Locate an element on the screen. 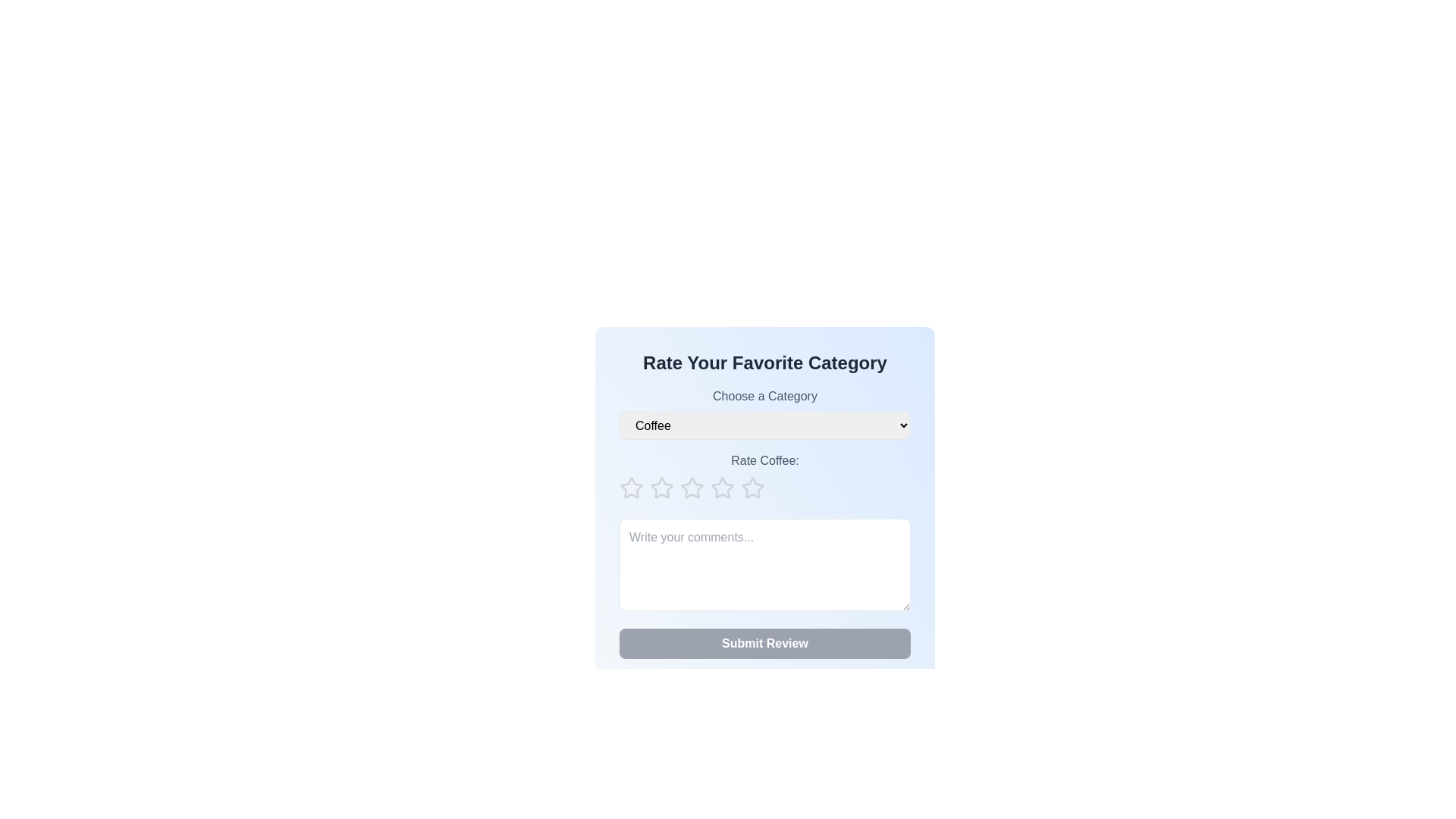 The width and height of the screenshot is (1456, 819). the grey rectangular button labeled 'Submit Review' located at the bottom of the form in the 'Rate Your Favorite Category' section is located at coordinates (764, 643).